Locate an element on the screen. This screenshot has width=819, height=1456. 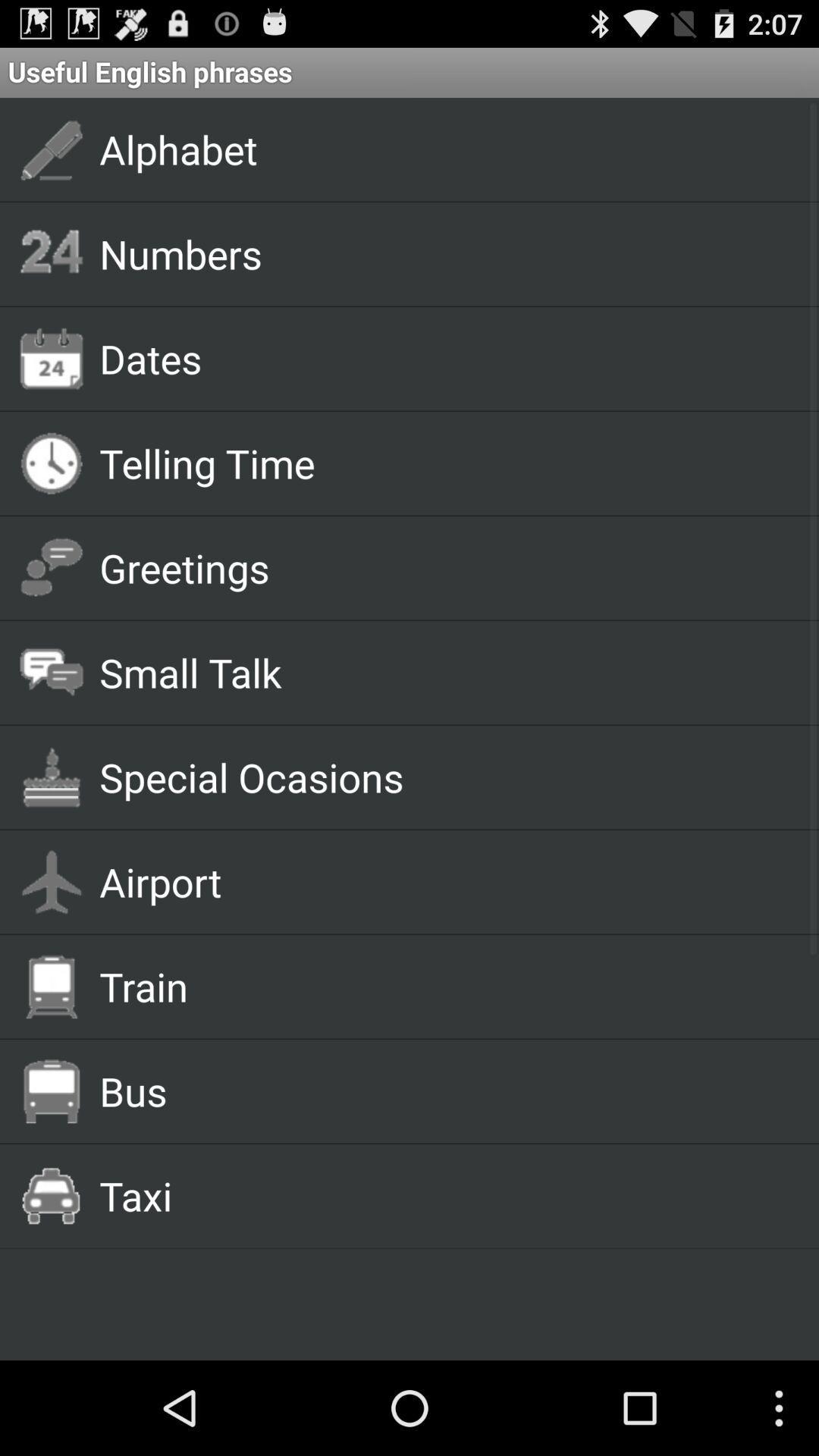
airport is located at coordinates (441, 881).